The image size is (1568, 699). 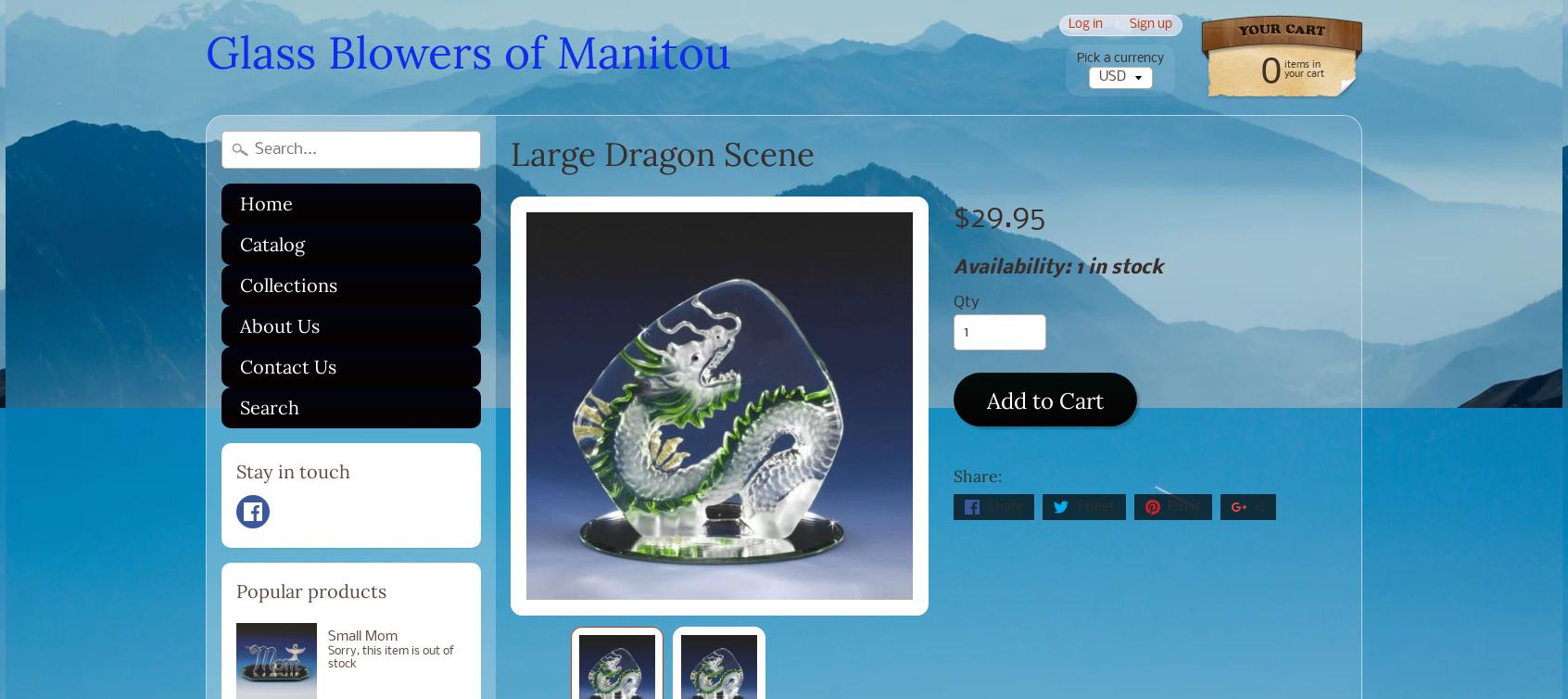 What do you see at coordinates (1119, 58) in the screenshot?
I see `'Pick a currency'` at bounding box center [1119, 58].